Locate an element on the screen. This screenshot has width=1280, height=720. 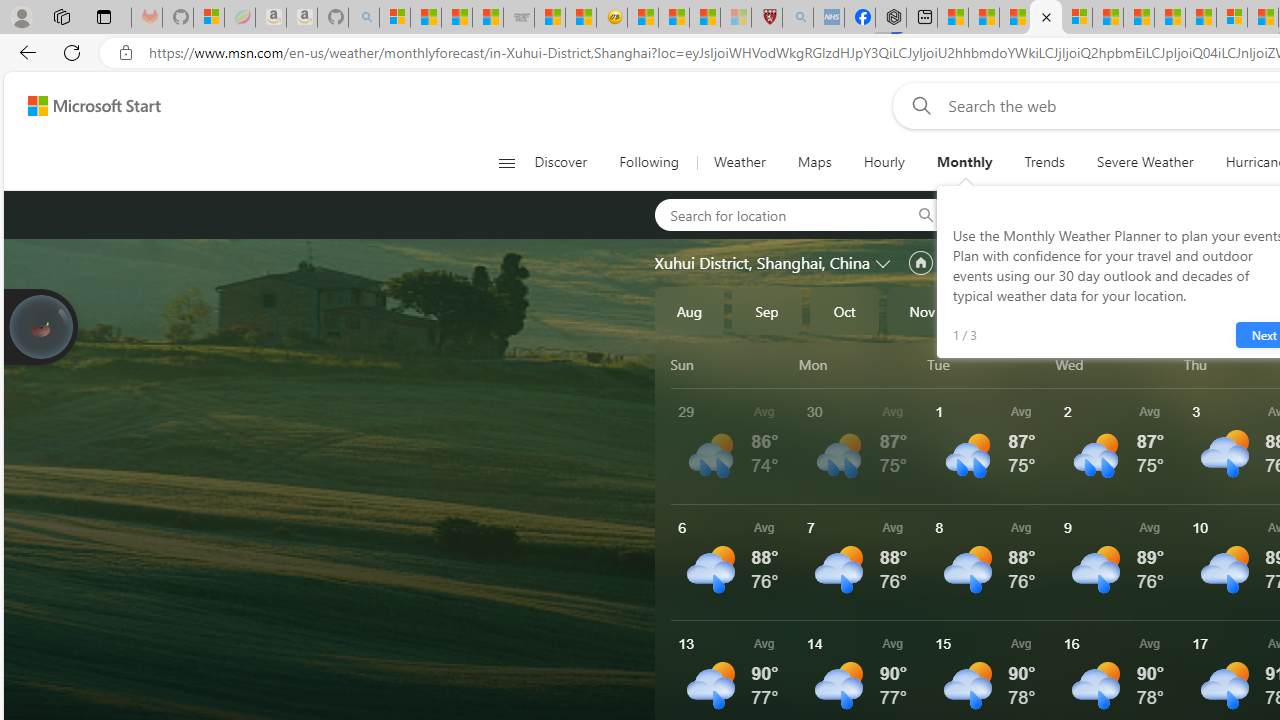
'Microsoft-Report a Concern to Bing' is located at coordinates (209, 17).